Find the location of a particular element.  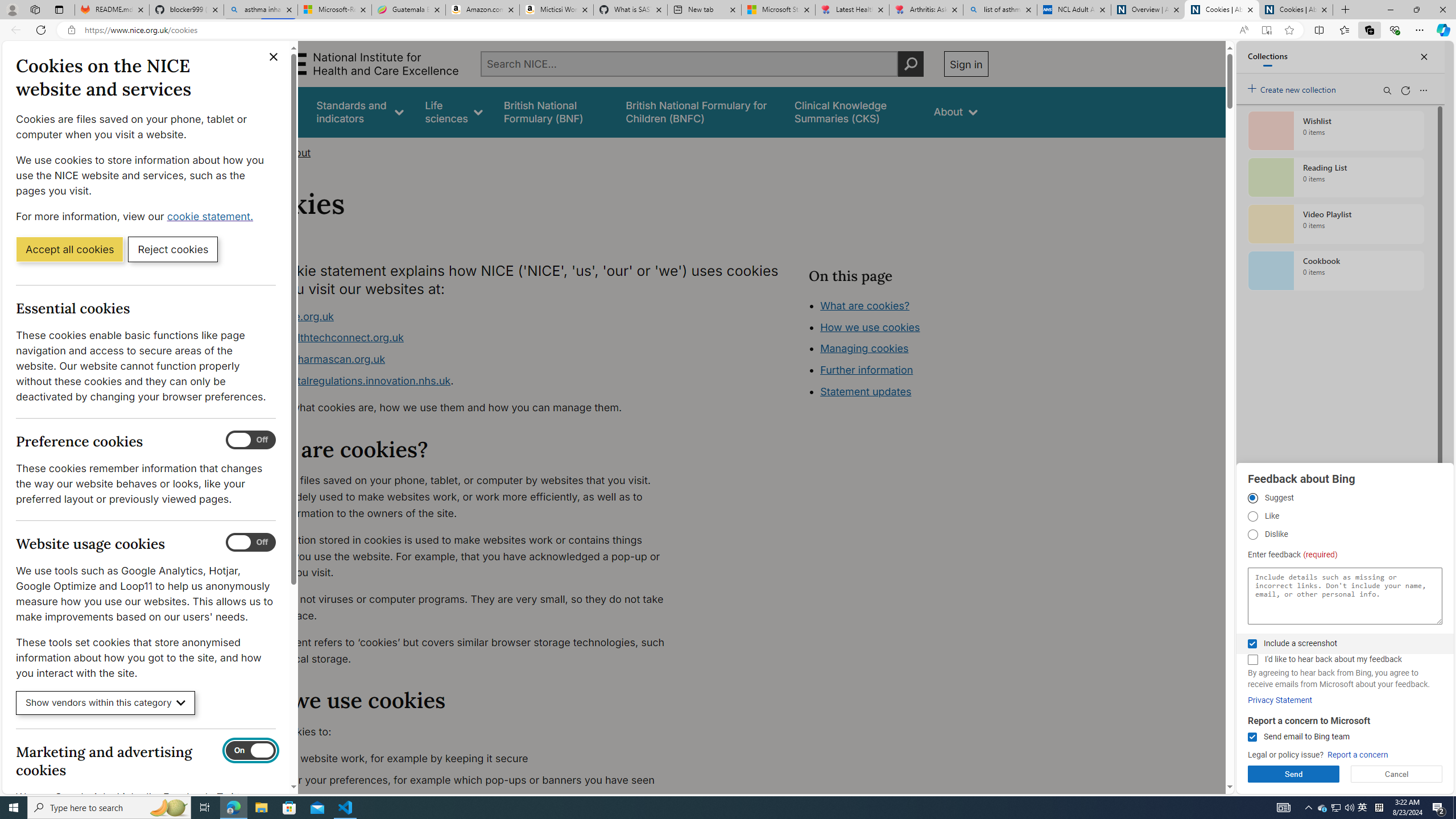

'cookie statement. (Opens in a new window)' is located at coordinates (211, 216).